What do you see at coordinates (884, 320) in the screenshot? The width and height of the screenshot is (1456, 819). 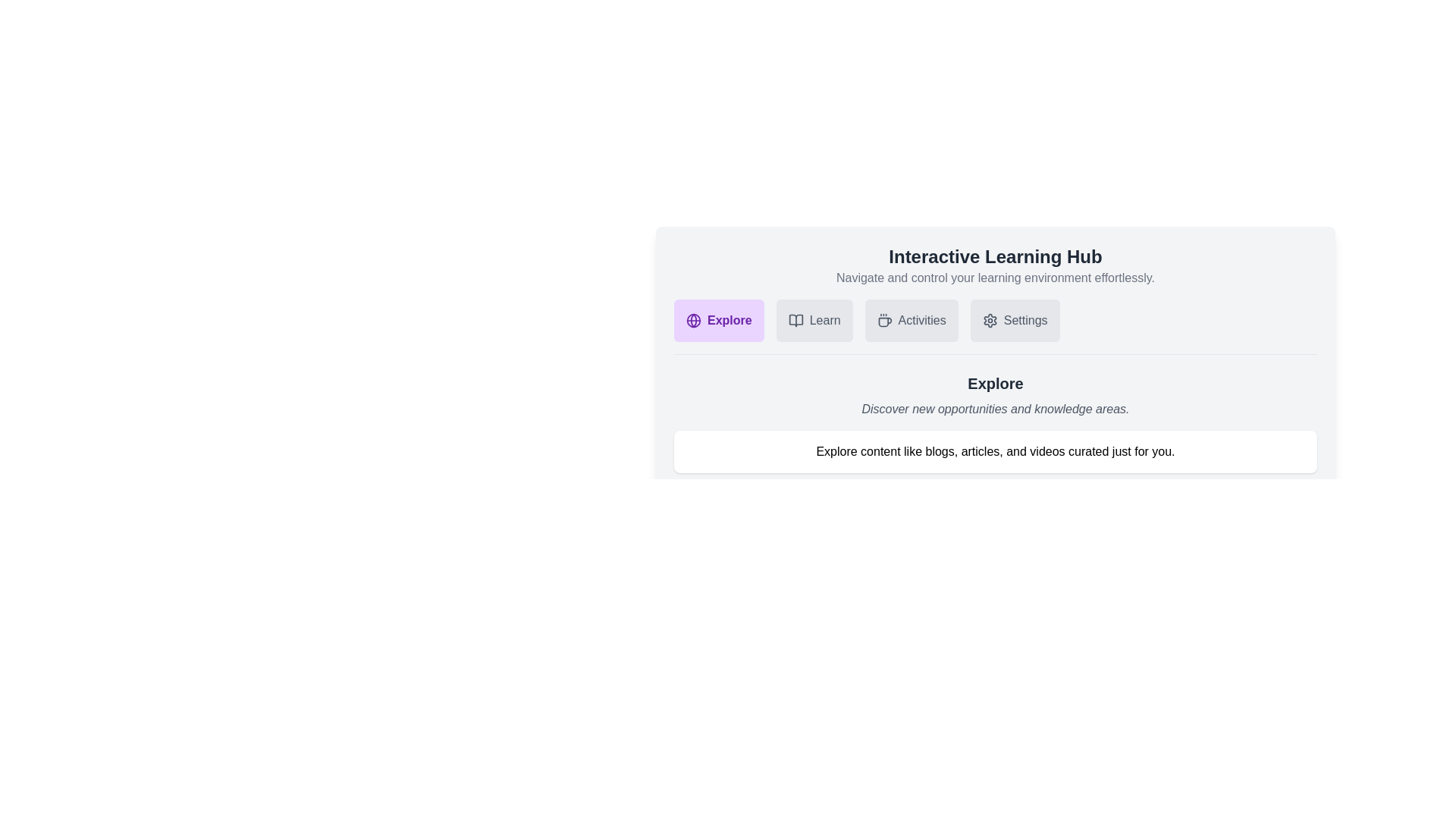 I see `the 'Activities' button which contains a coffee cup icon on its left side` at bounding box center [884, 320].